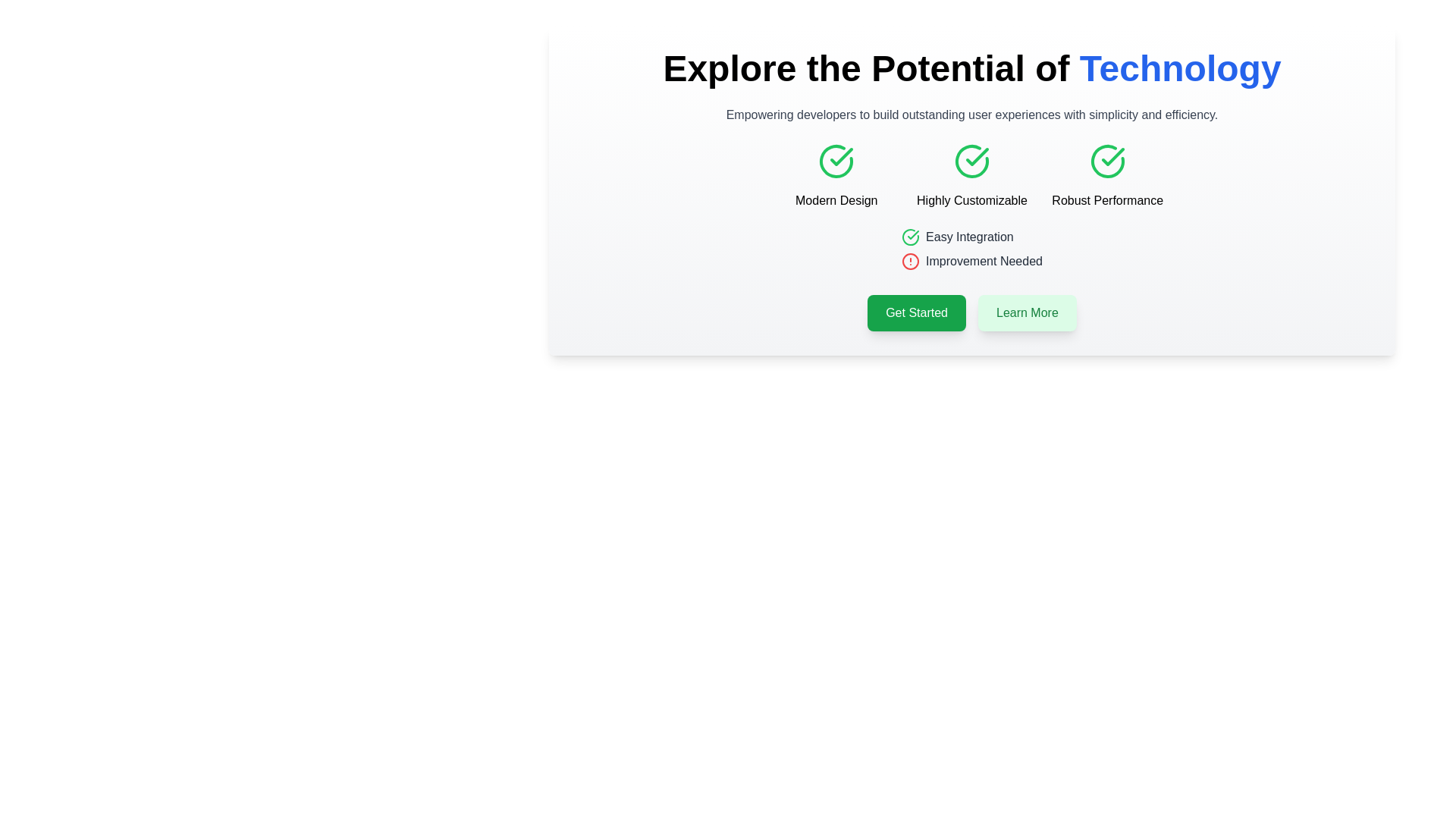 The image size is (1456, 819). What do you see at coordinates (971, 175) in the screenshot?
I see `the Grid with icon and text columns element, which highlights 'Modern Design', 'Highly Customizable', and 'Robust Performance'` at bounding box center [971, 175].